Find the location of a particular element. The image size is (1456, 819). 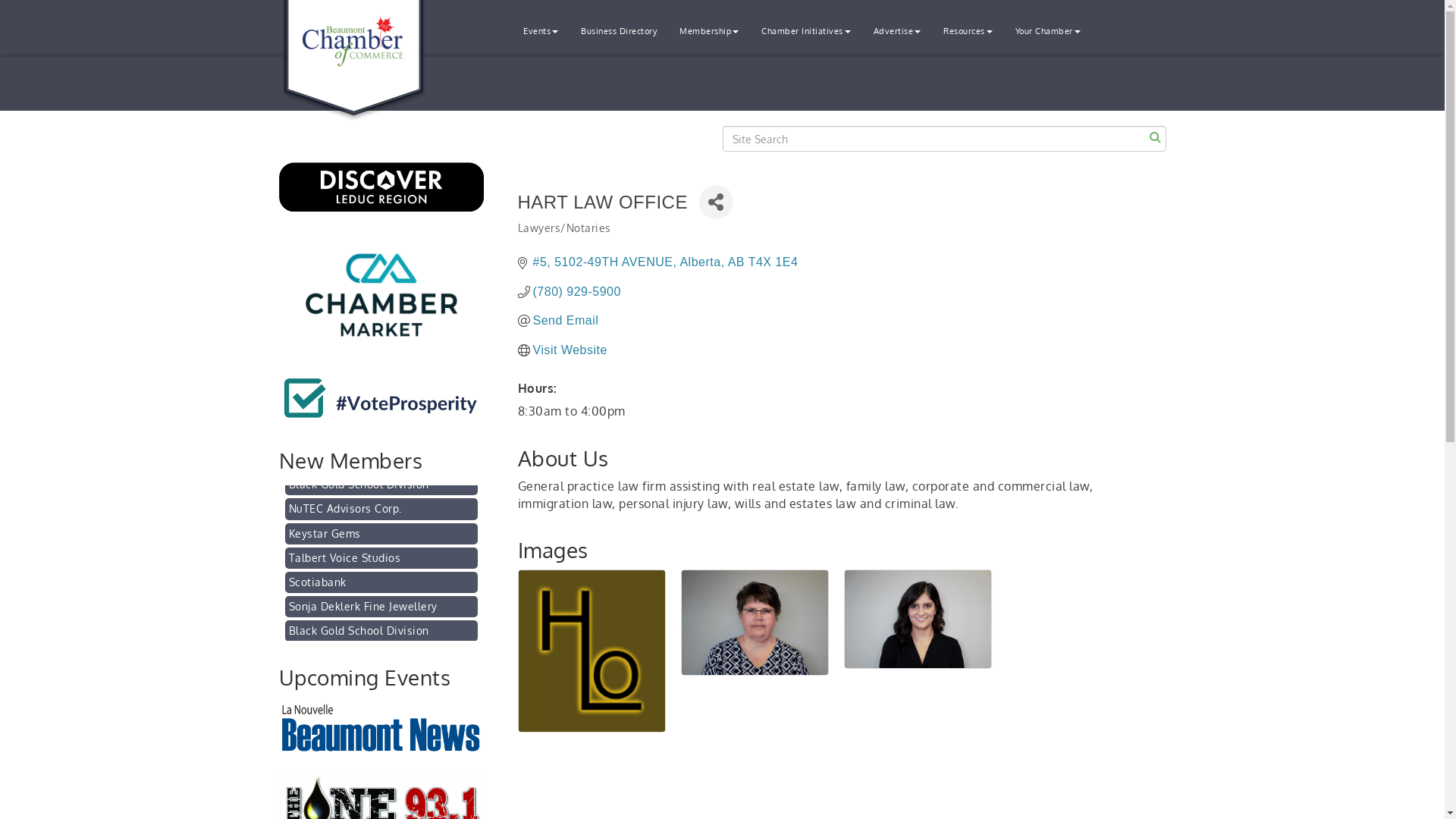

'Your Chamber' is located at coordinates (1004, 31).